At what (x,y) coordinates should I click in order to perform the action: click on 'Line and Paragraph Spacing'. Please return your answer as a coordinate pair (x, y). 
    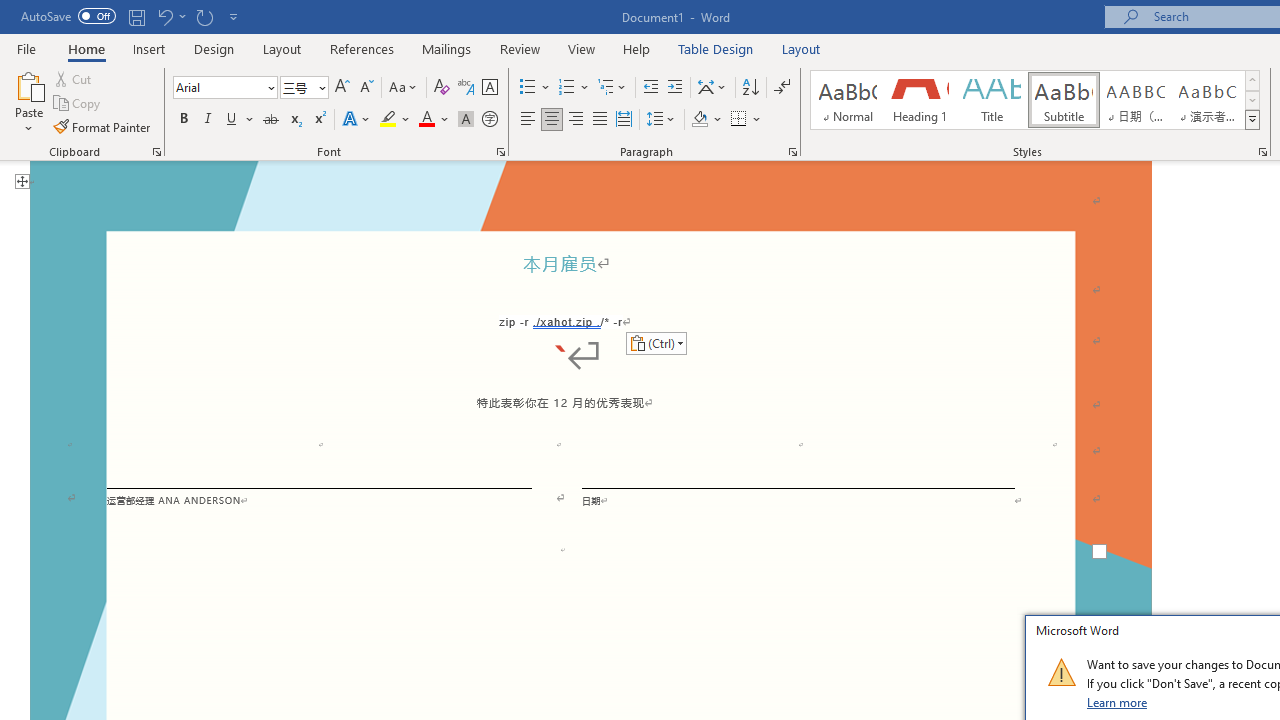
    Looking at the image, I should click on (661, 119).